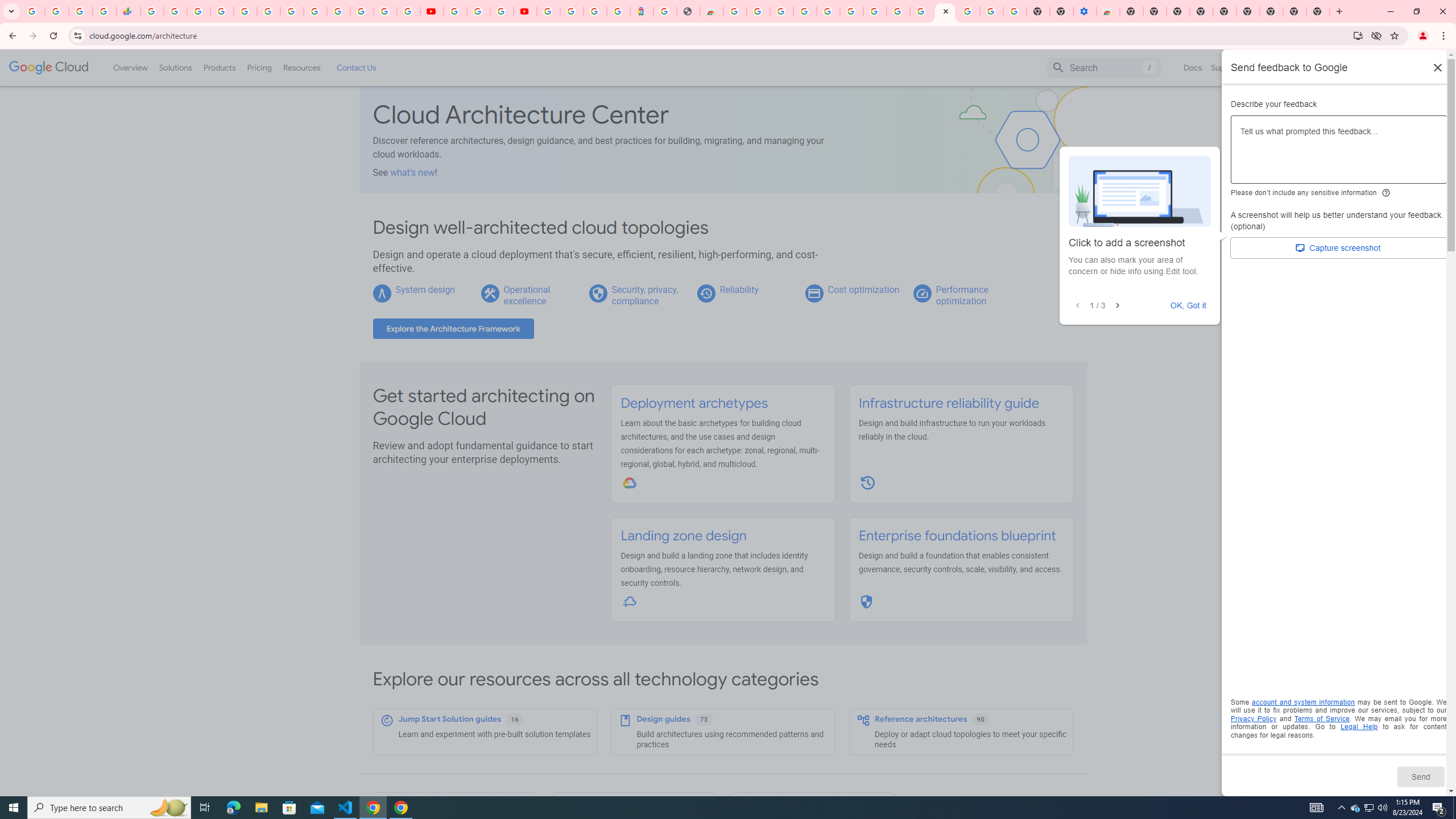  I want to click on 'Send', so click(1420, 776).